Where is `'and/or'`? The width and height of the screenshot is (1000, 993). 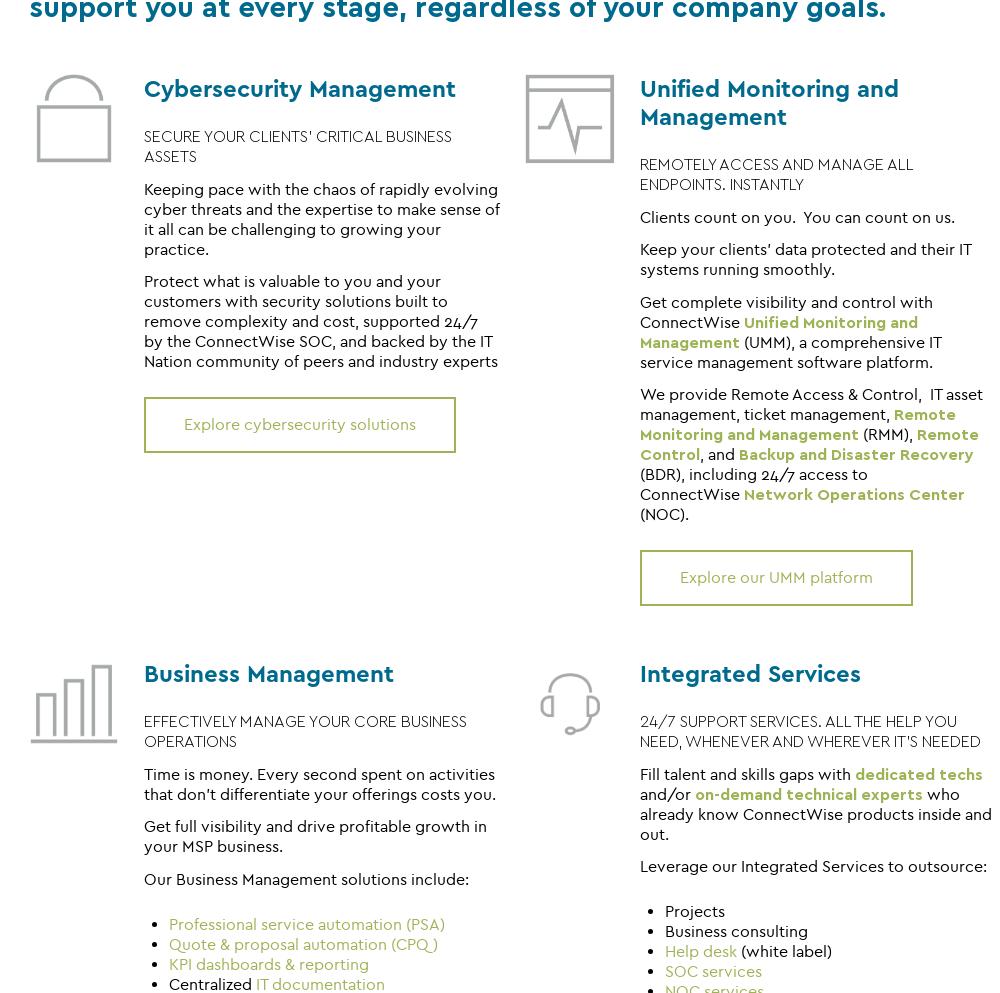
'and/or' is located at coordinates (667, 792).